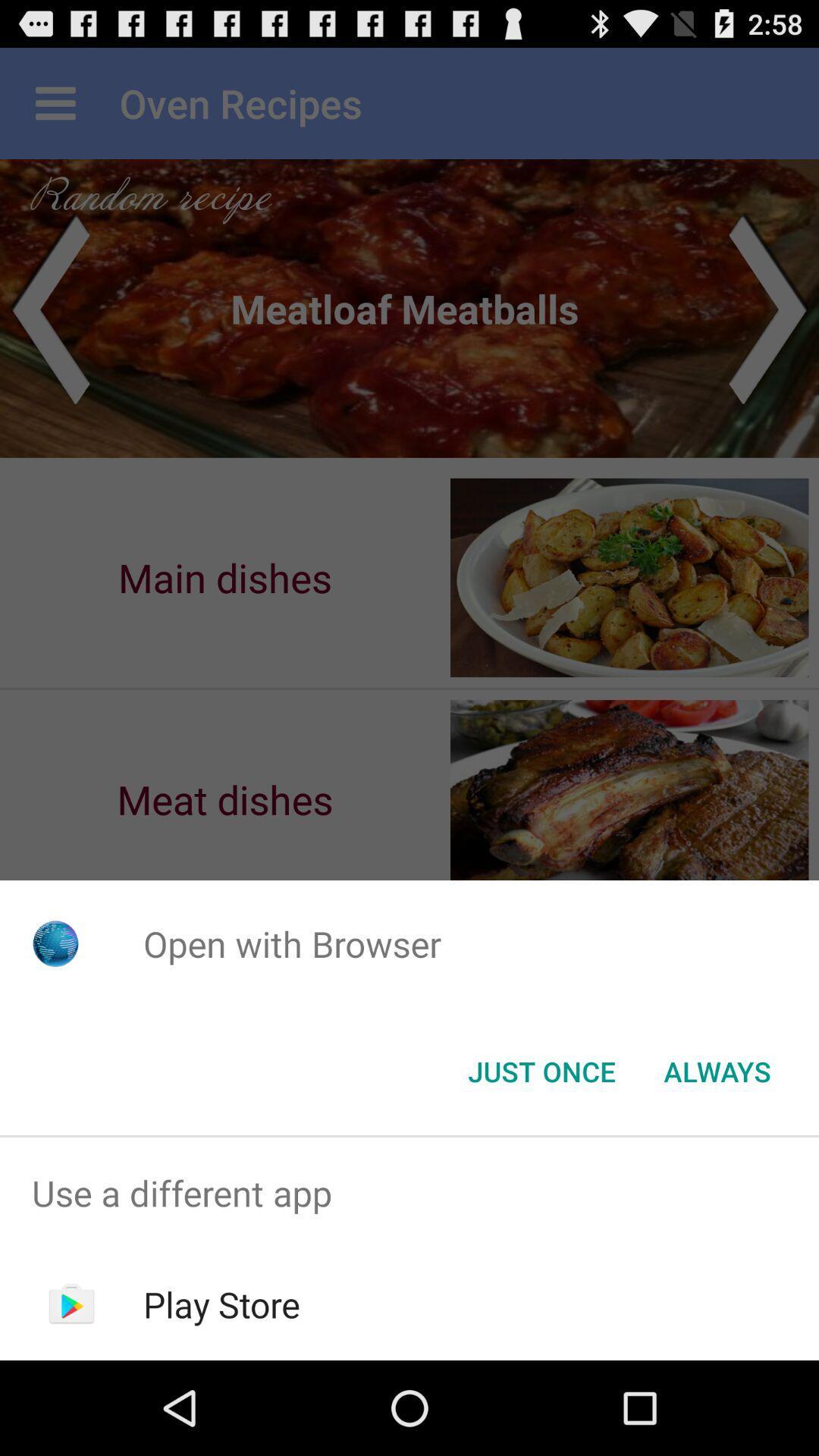 This screenshot has height=1456, width=819. Describe the element at coordinates (541, 1070) in the screenshot. I see `just once icon` at that location.